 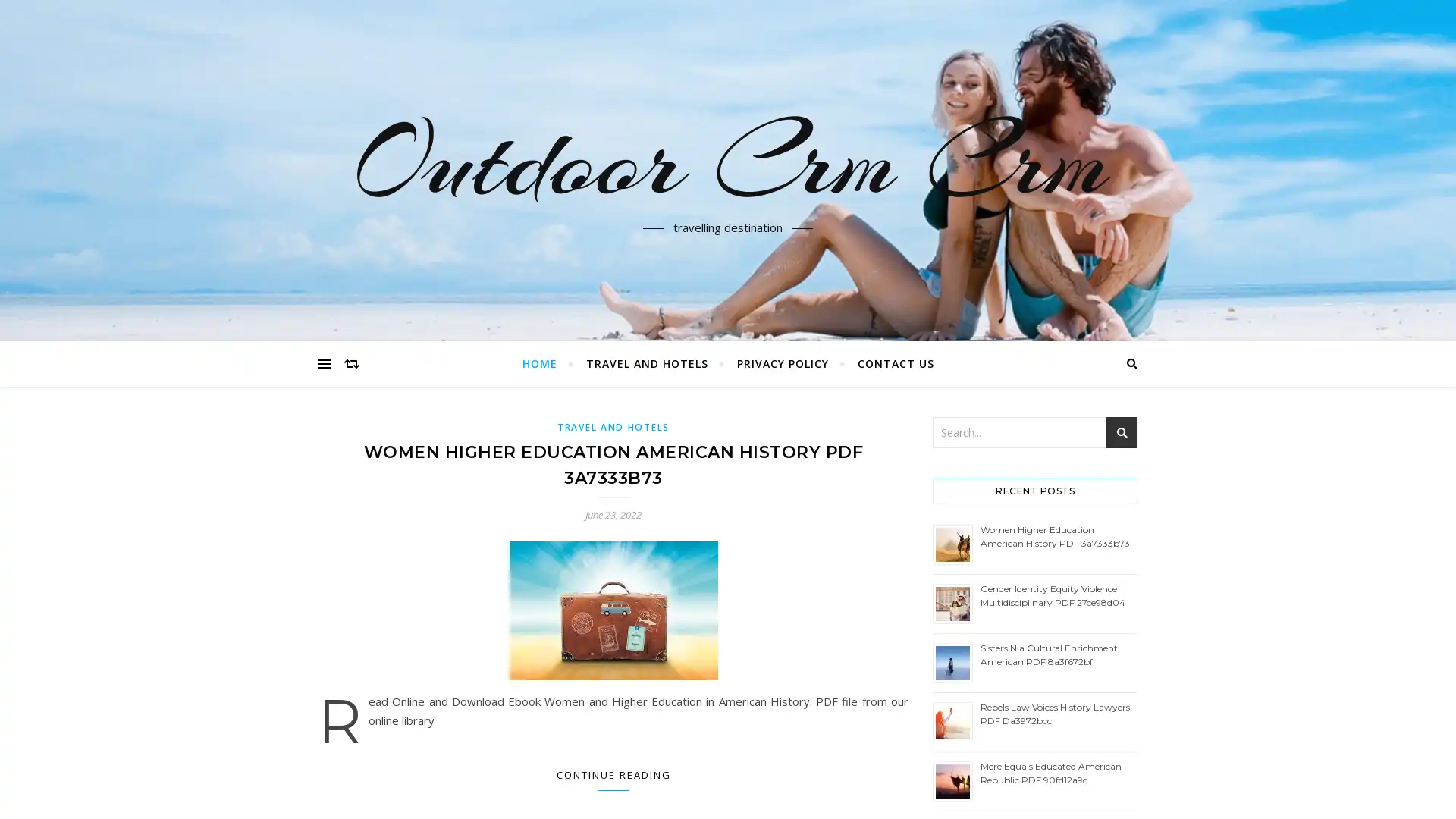 I want to click on st, so click(x=1122, y=432).